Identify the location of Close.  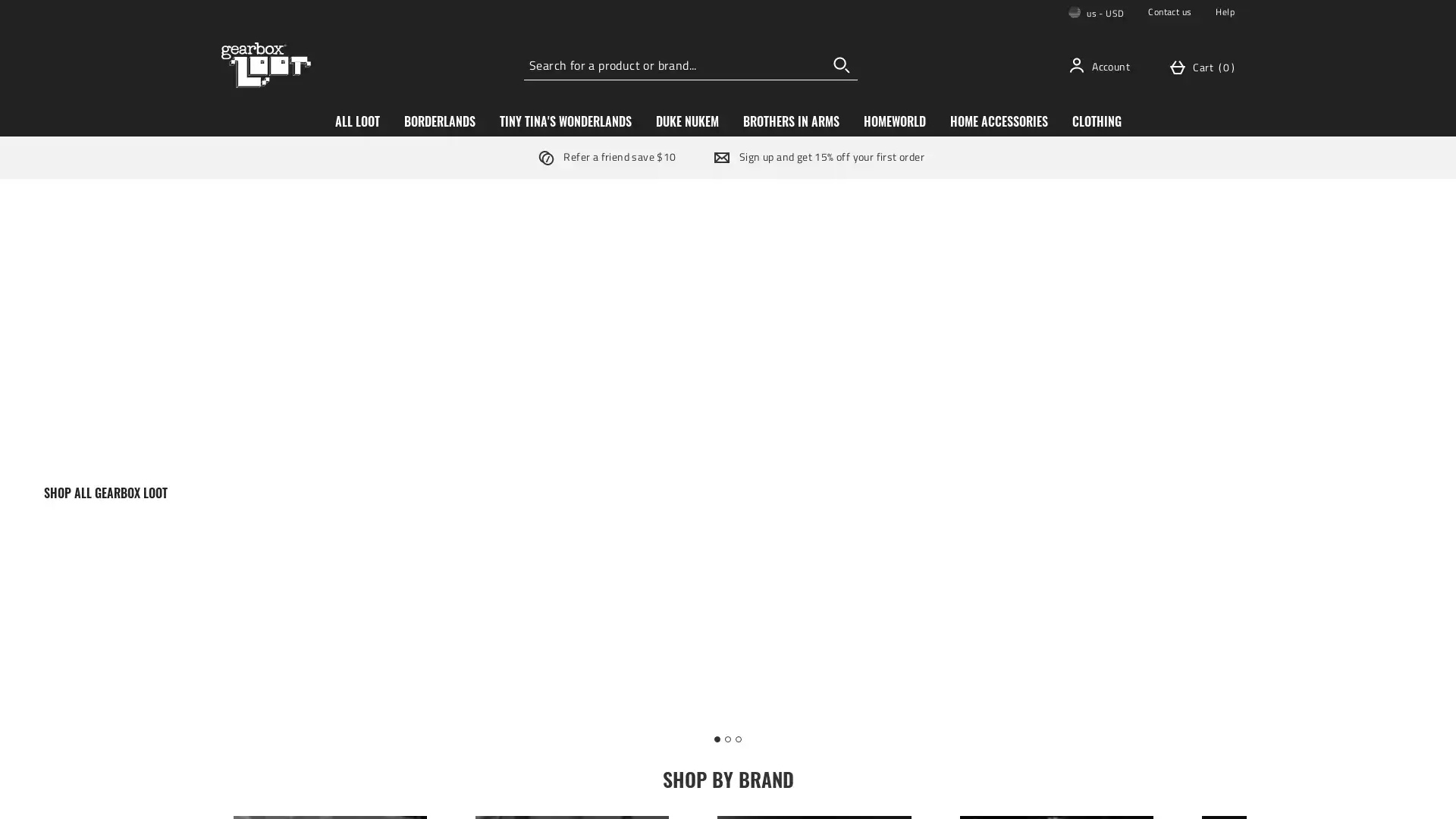
(959, 247).